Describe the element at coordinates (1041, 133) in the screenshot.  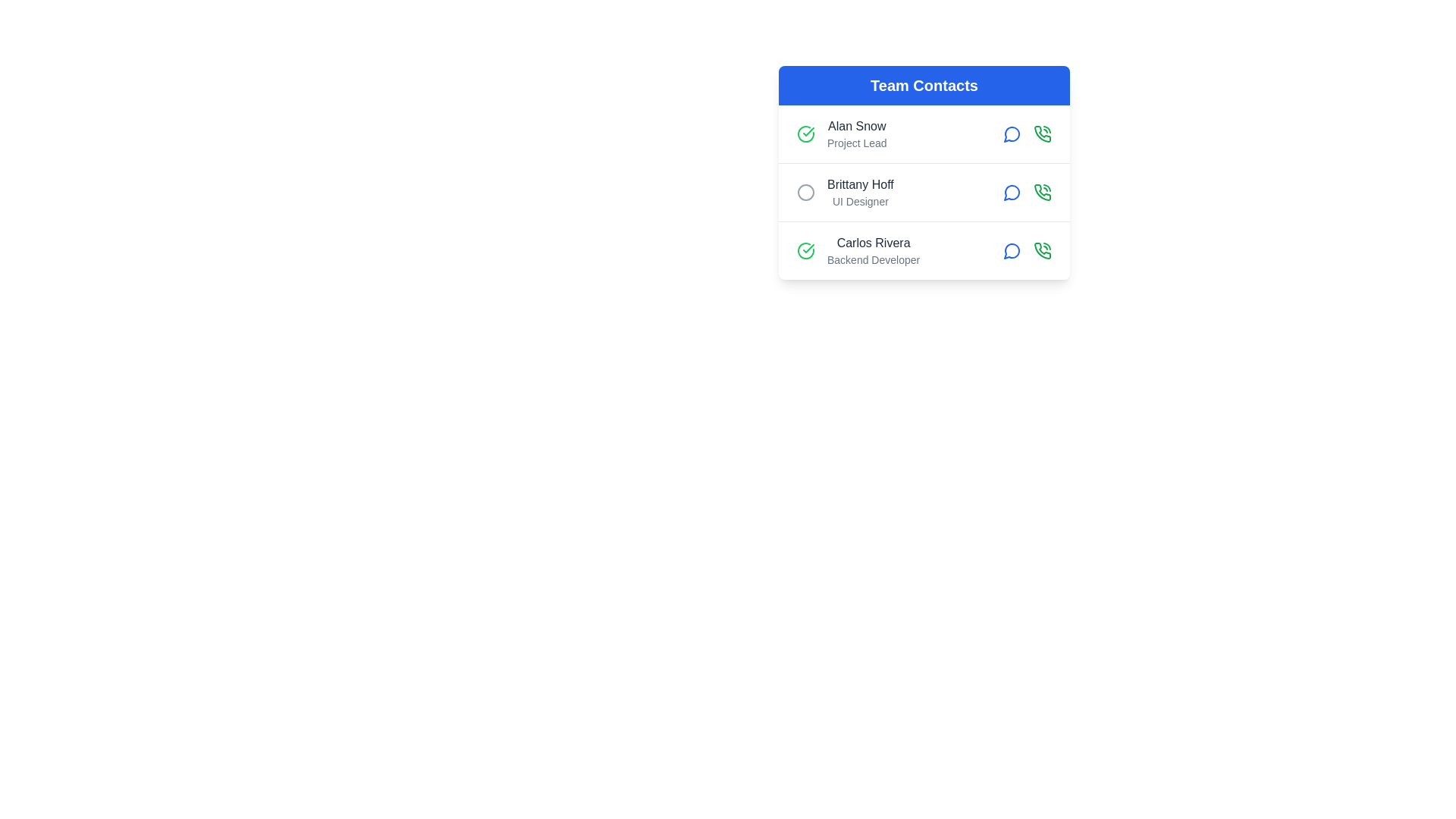
I see `the call icon for Alan Snow` at that location.